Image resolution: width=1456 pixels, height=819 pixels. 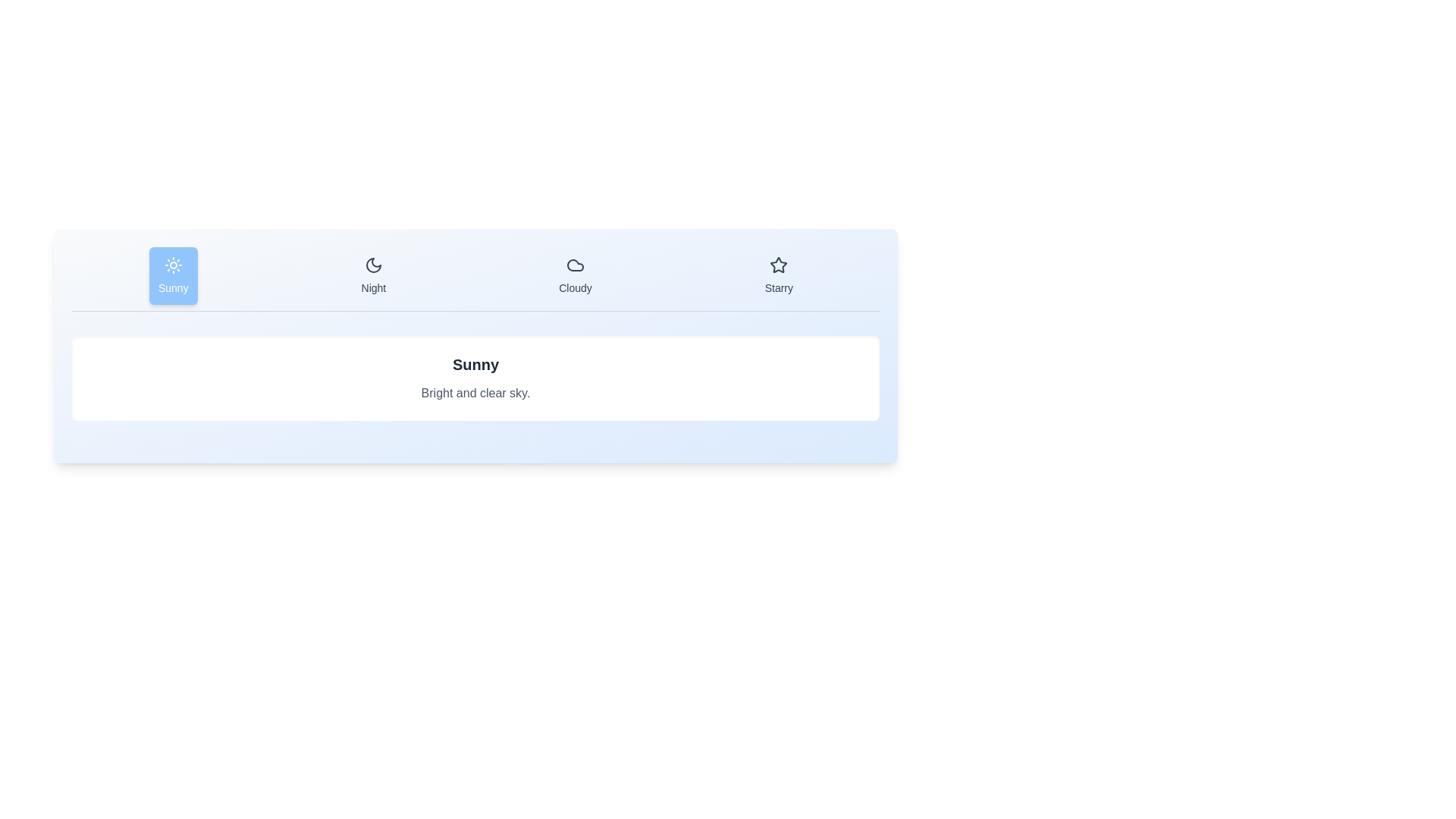 What do you see at coordinates (574, 275) in the screenshot?
I see `the weather condition tab labeled 'Cloudy' to view its description` at bounding box center [574, 275].